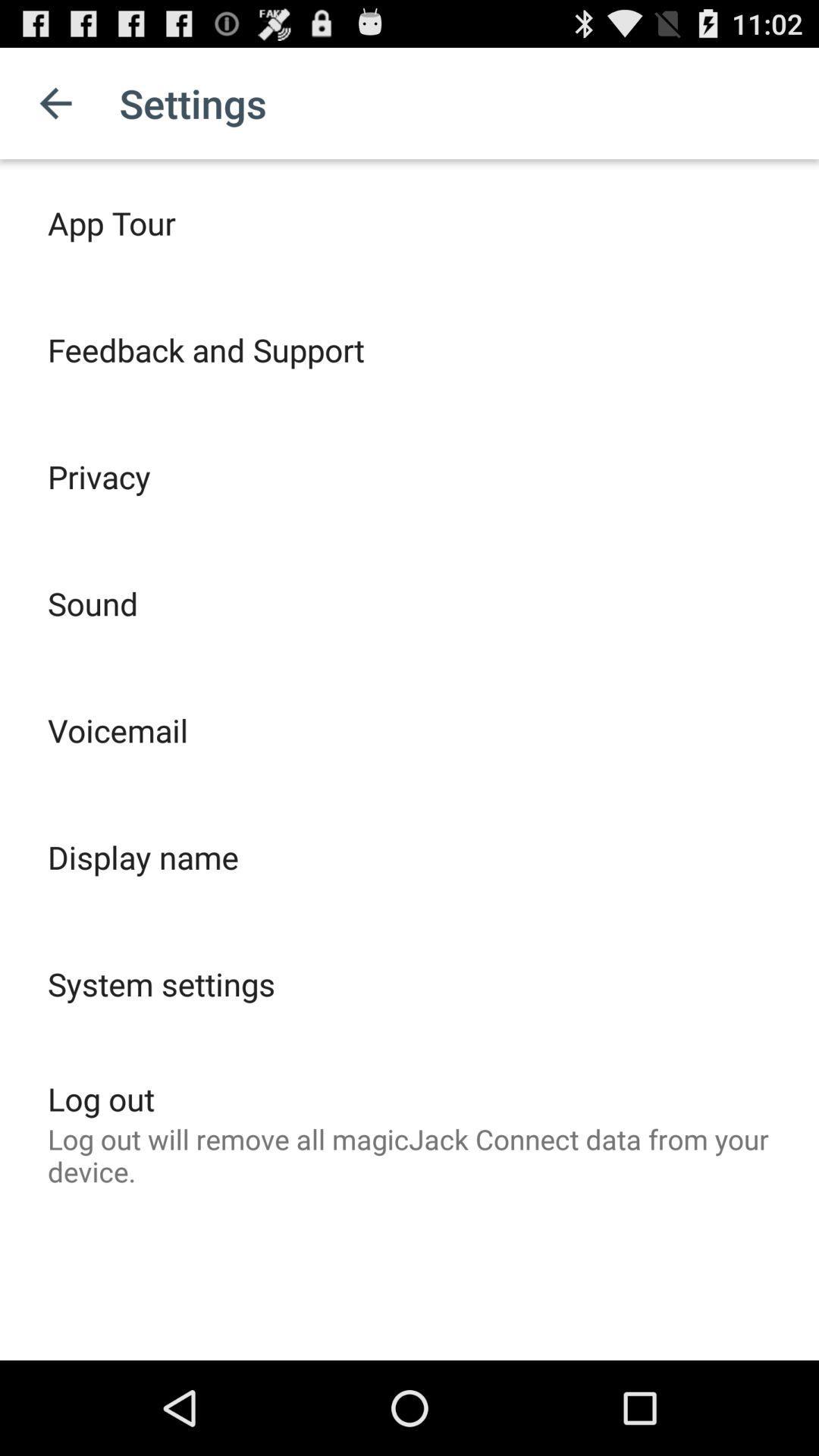 Image resolution: width=819 pixels, height=1456 pixels. Describe the element at coordinates (93, 602) in the screenshot. I see `icon above voicemail` at that location.